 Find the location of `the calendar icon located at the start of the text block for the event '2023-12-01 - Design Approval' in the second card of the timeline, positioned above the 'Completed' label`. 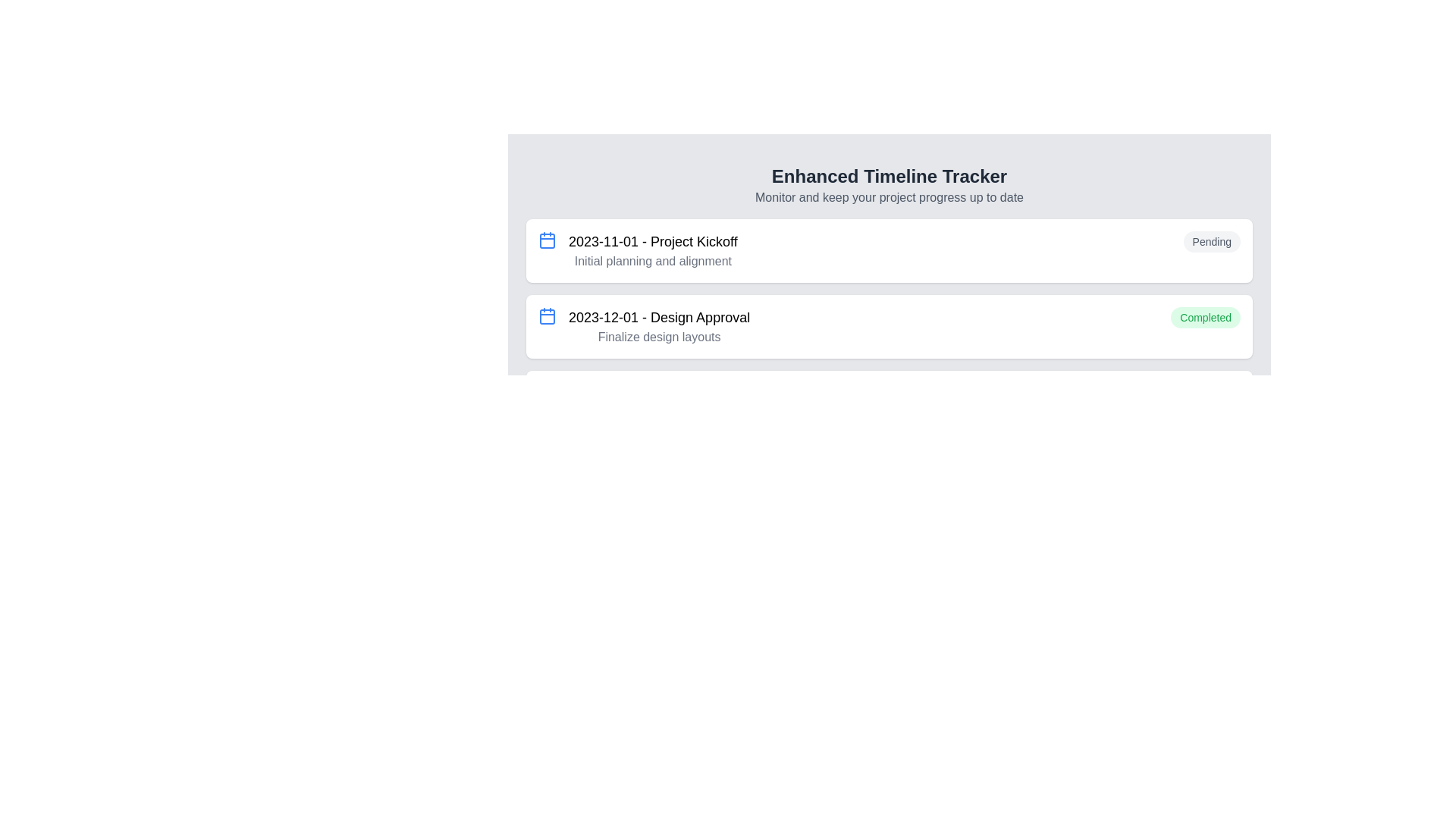

the calendar icon located at the start of the text block for the event '2023-12-01 - Design Approval' in the second card of the timeline, positioned above the 'Completed' label is located at coordinates (546, 315).